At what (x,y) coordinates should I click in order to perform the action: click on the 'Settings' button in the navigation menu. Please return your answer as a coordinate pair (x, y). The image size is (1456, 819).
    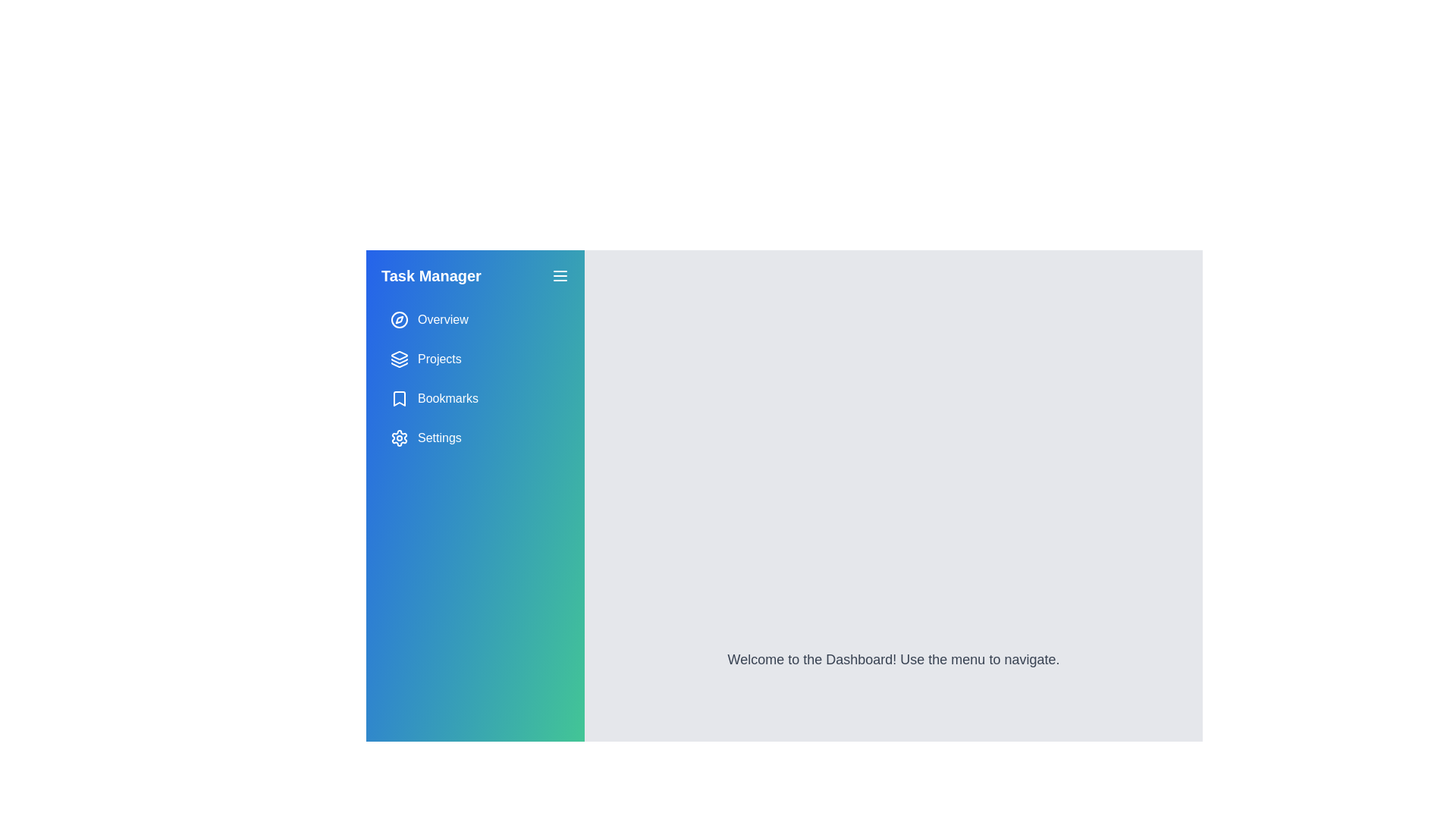
    Looking at the image, I should click on (475, 438).